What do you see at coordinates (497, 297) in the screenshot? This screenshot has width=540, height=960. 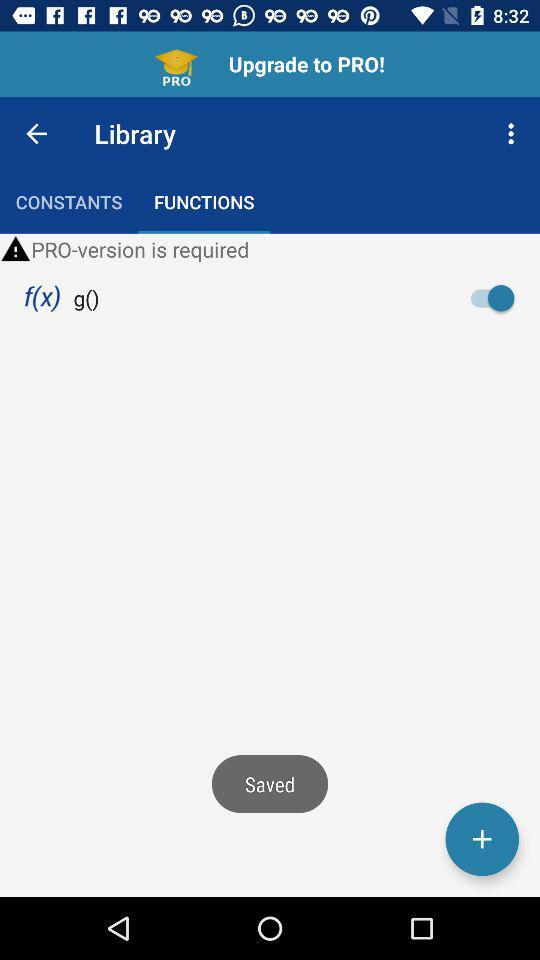 I see `item to the right of g() icon` at bounding box center [497, 297].